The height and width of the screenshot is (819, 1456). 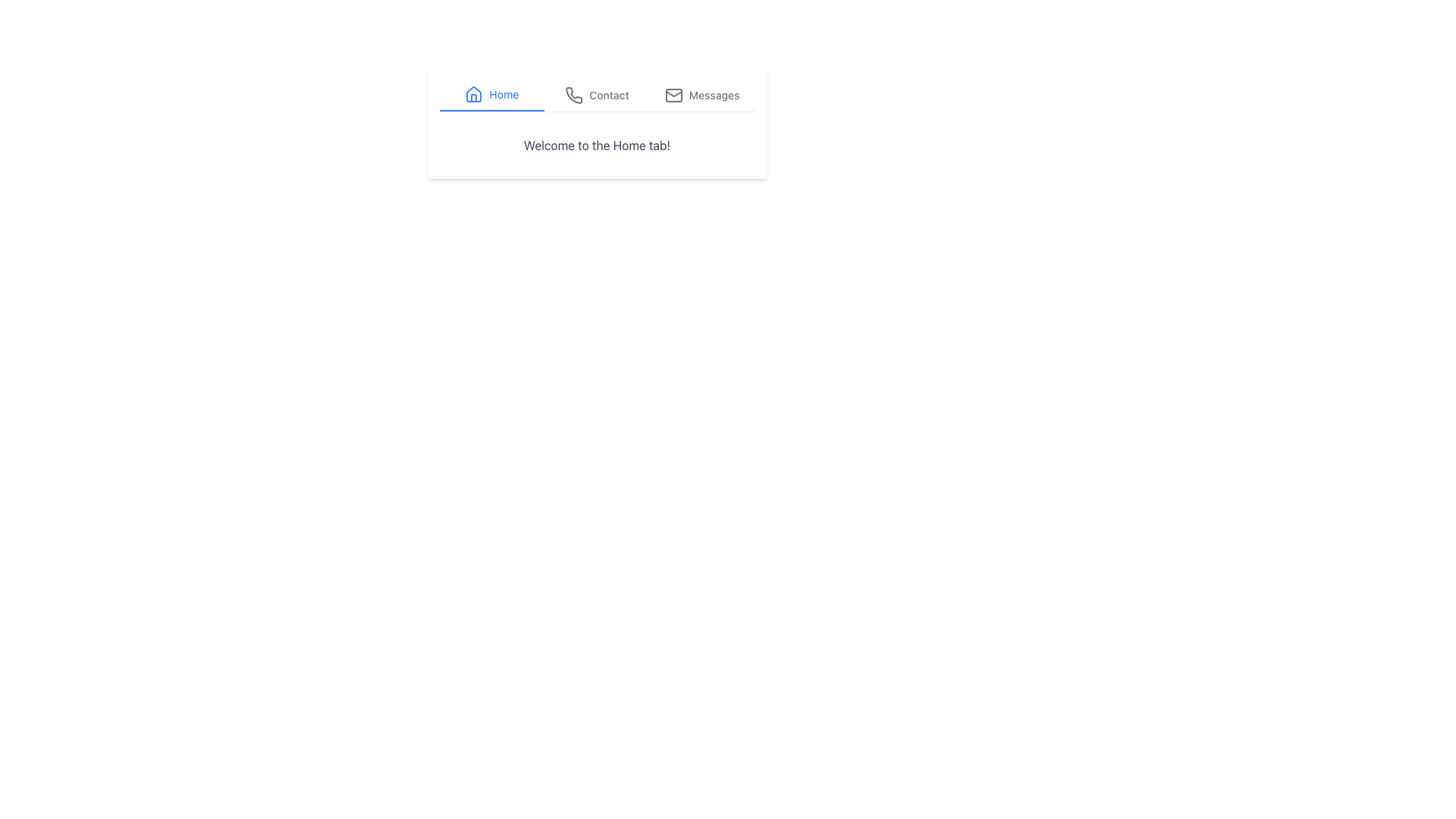 I want to click on the phone icon in the navigation bar, which is the second icon next to the 'Contact' label, so click(x=573, y=96).